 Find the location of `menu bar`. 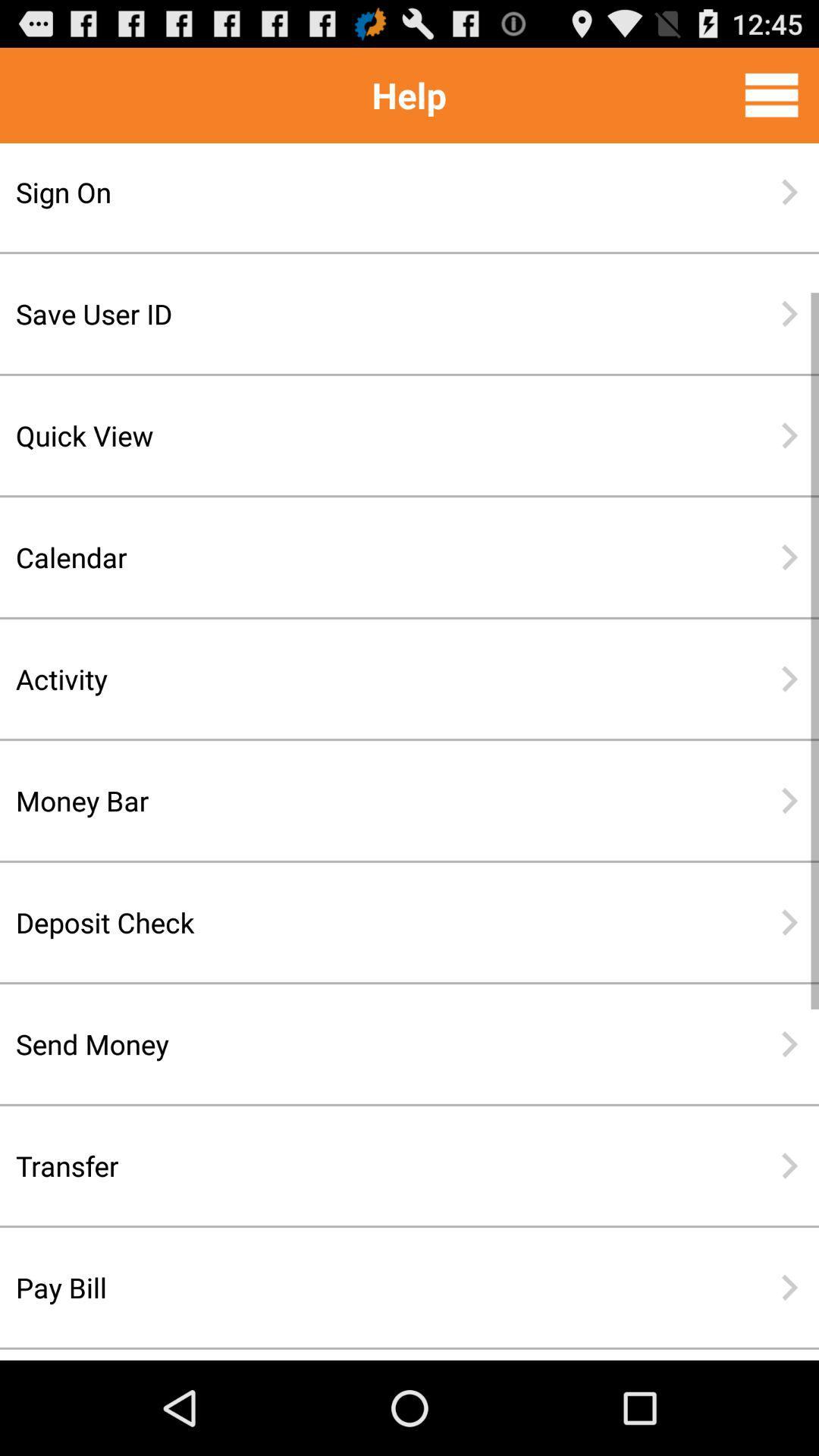

menu bar is located at coordinates (771, 94).